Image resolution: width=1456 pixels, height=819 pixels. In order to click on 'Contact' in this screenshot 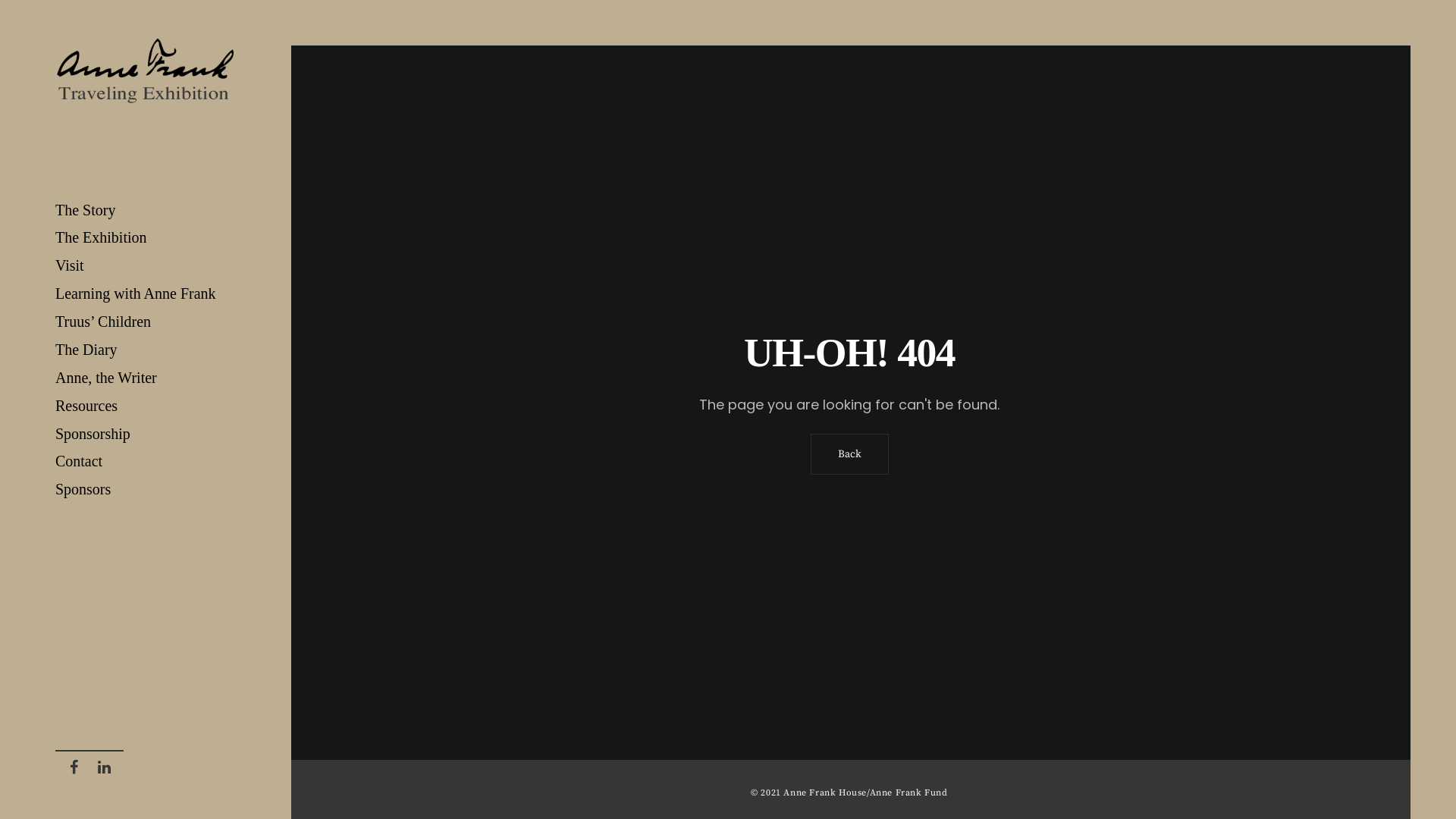, I will do `click(146, 460)`.